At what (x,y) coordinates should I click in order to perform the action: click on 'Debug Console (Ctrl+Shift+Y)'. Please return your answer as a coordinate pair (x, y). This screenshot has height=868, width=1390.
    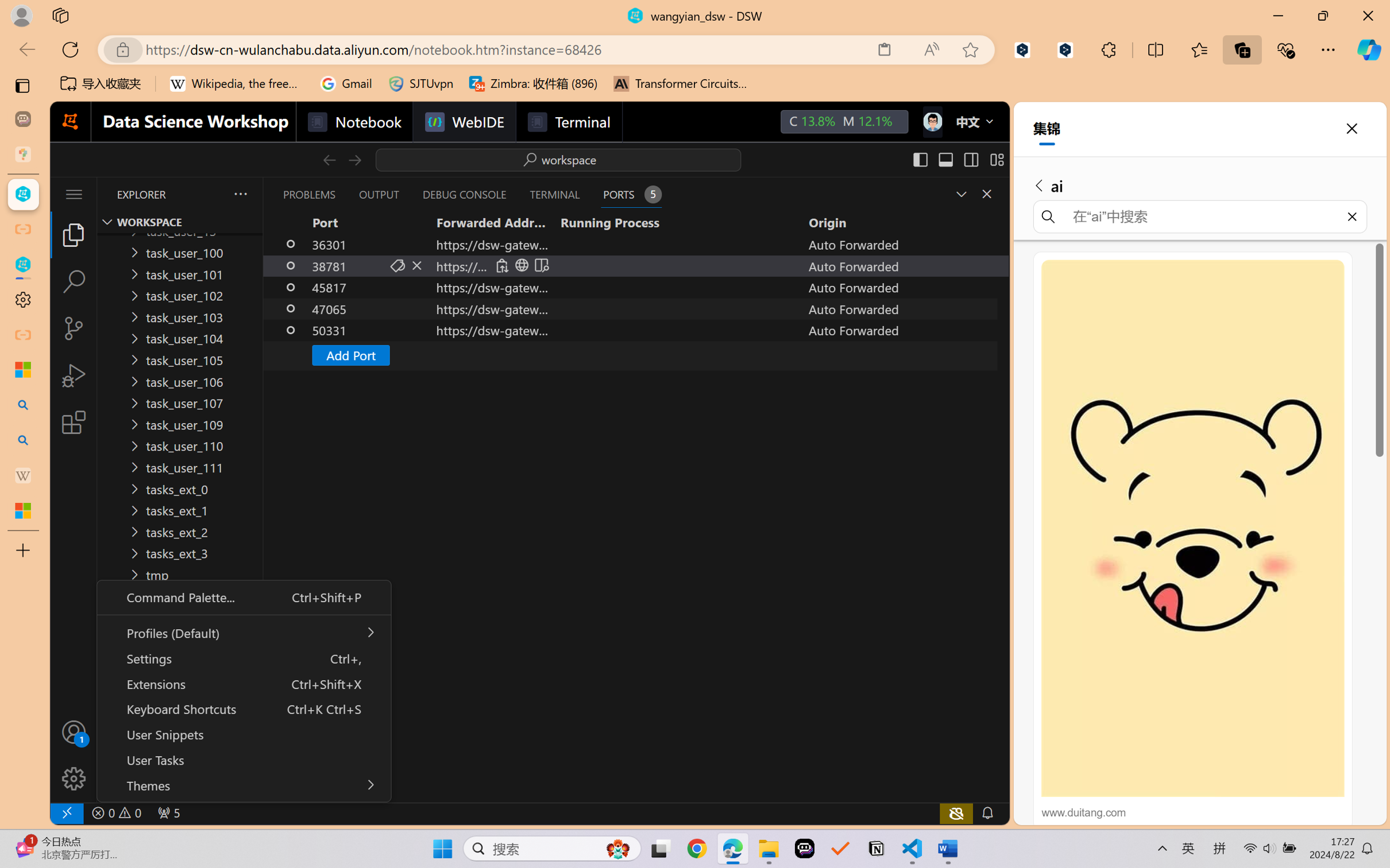
    Looking at the image, I should click on (464, 193).